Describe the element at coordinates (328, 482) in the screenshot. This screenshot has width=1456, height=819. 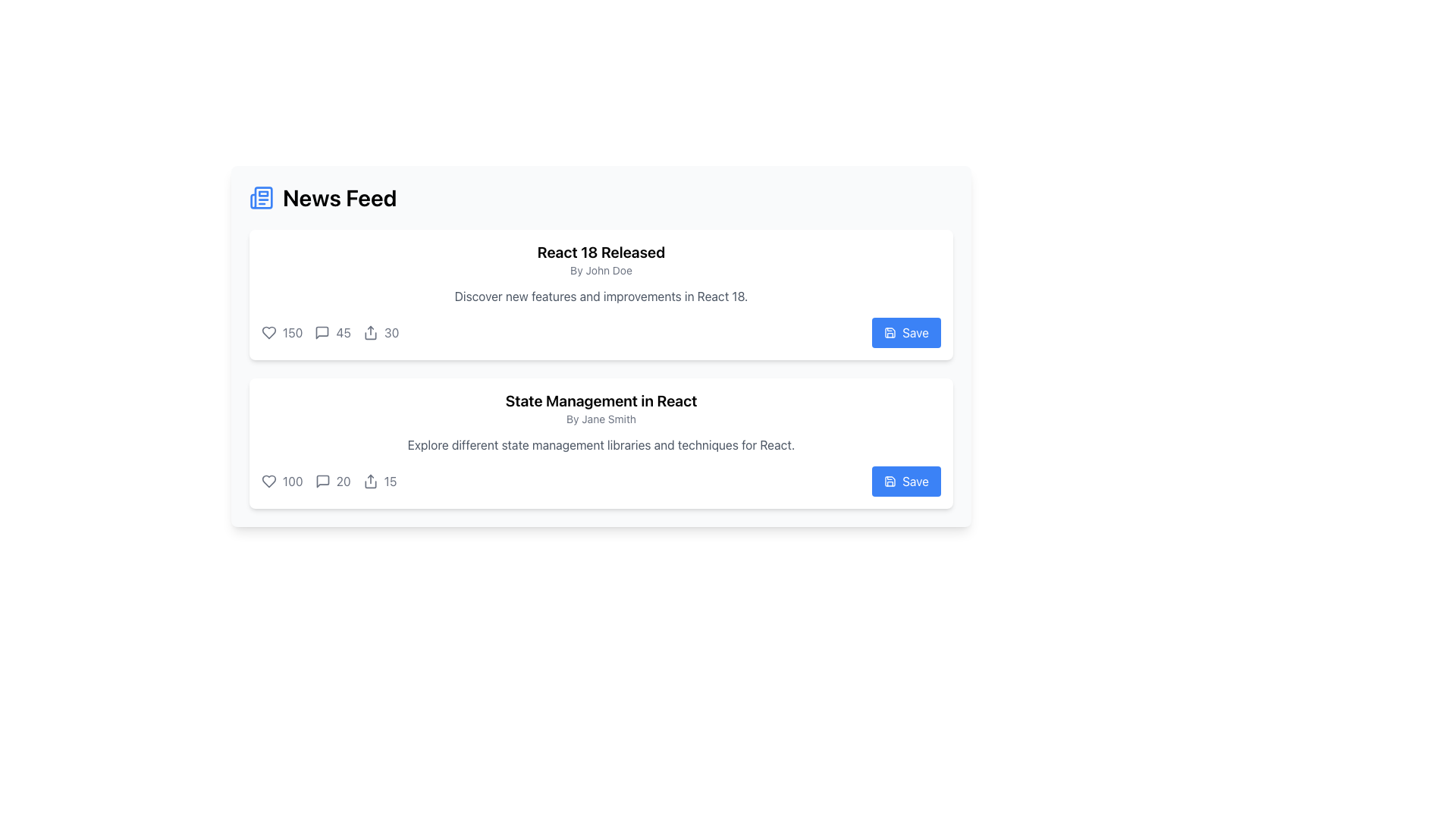
I see `the number '20' in the second card's counter element` at that location.